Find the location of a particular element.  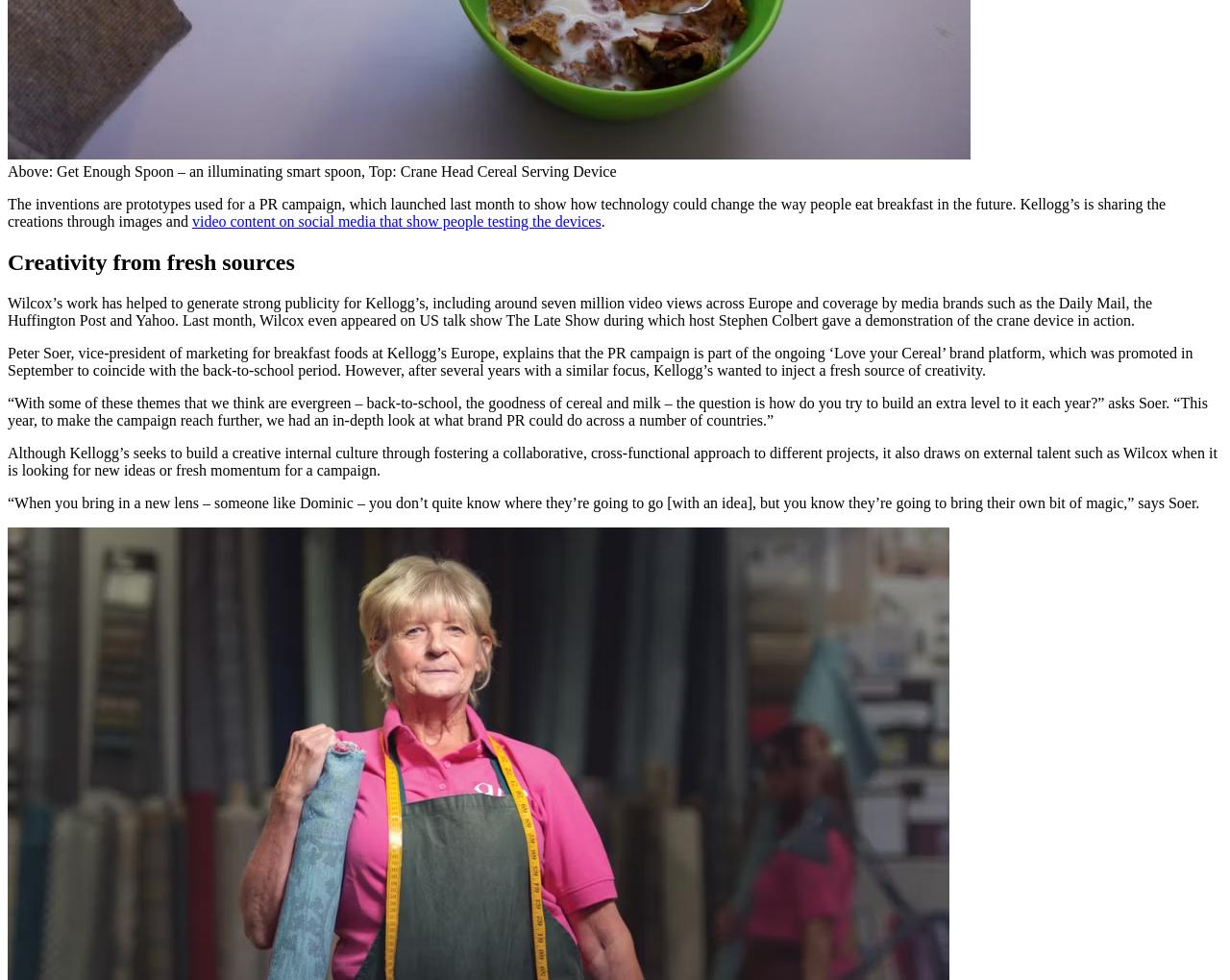

'“With some of these themes that we think are evergreen – back-to-school, the goodness of cereal and milk – the question is how do you try to build an extra level to it each year?” asks Soer. “This year, to make the campaign reach further, we had an in-depth look at what brand PR could do across a number of countries.”' is located at coordinates (605, 409).